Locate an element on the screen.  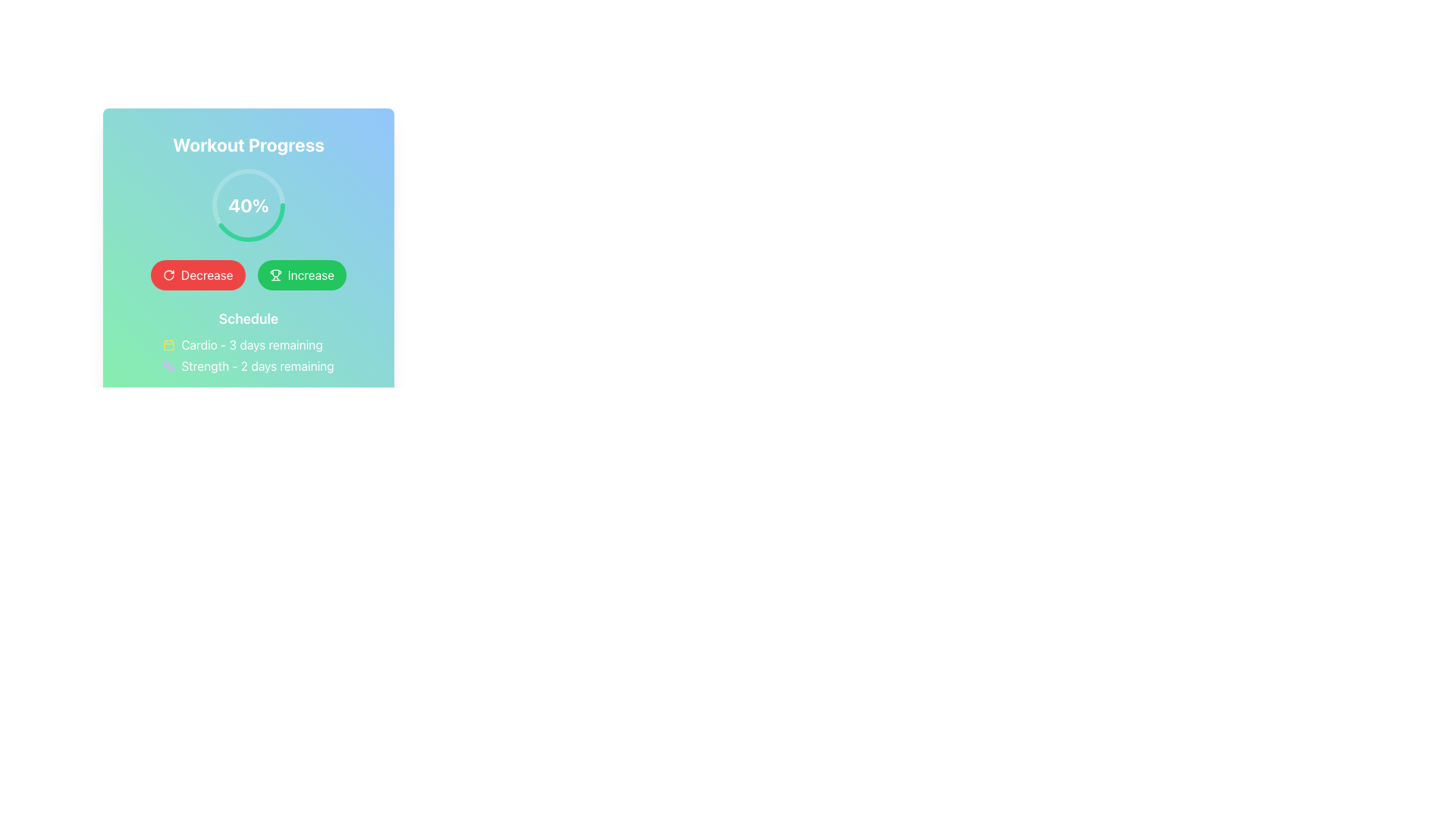
the 'Increase' button in the button group located below the progress circle labeled '40%' and above the 'Schedule' section on the card interface is located at coordinates (248, 275).